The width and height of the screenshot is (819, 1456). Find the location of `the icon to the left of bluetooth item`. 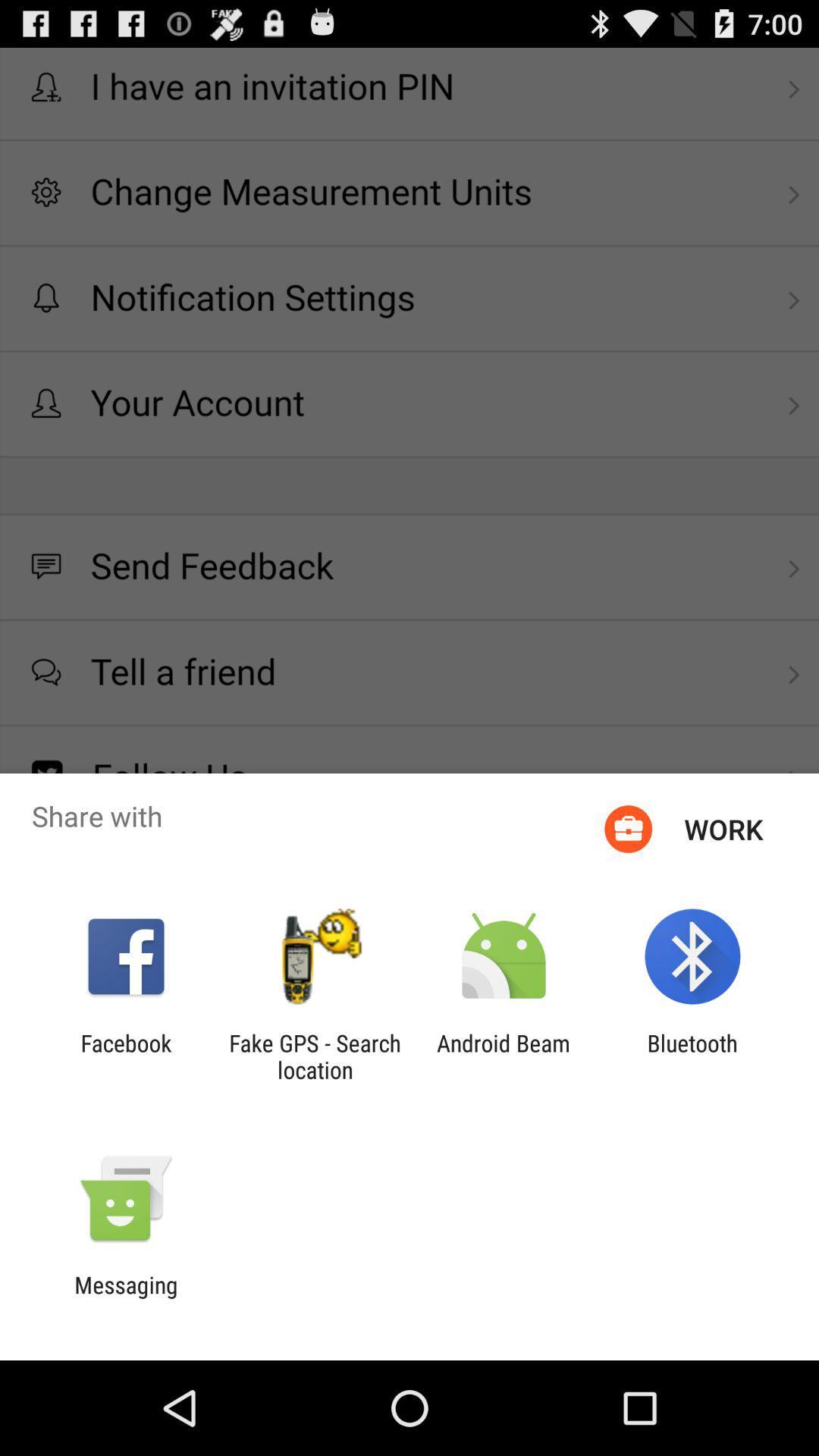

the icon to the left of bluetooth item is located at coordinates (504, 1056).